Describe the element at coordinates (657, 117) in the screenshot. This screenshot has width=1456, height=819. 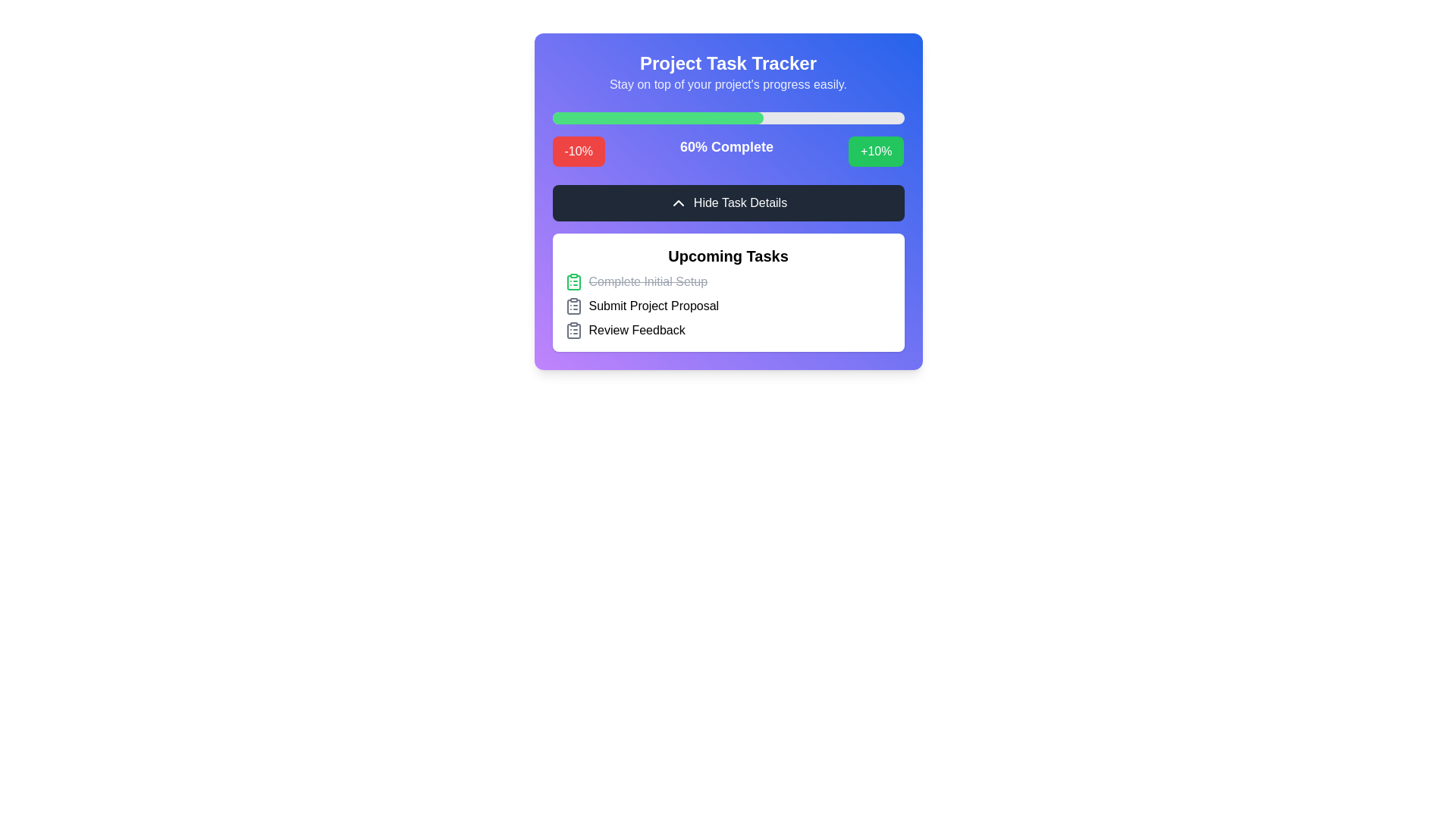
I see `the progress bar fill, which visually represents the completion percentage of a task, located beneath the 'Project Task Tracker' title and above the '60% Complete' label` at that location.